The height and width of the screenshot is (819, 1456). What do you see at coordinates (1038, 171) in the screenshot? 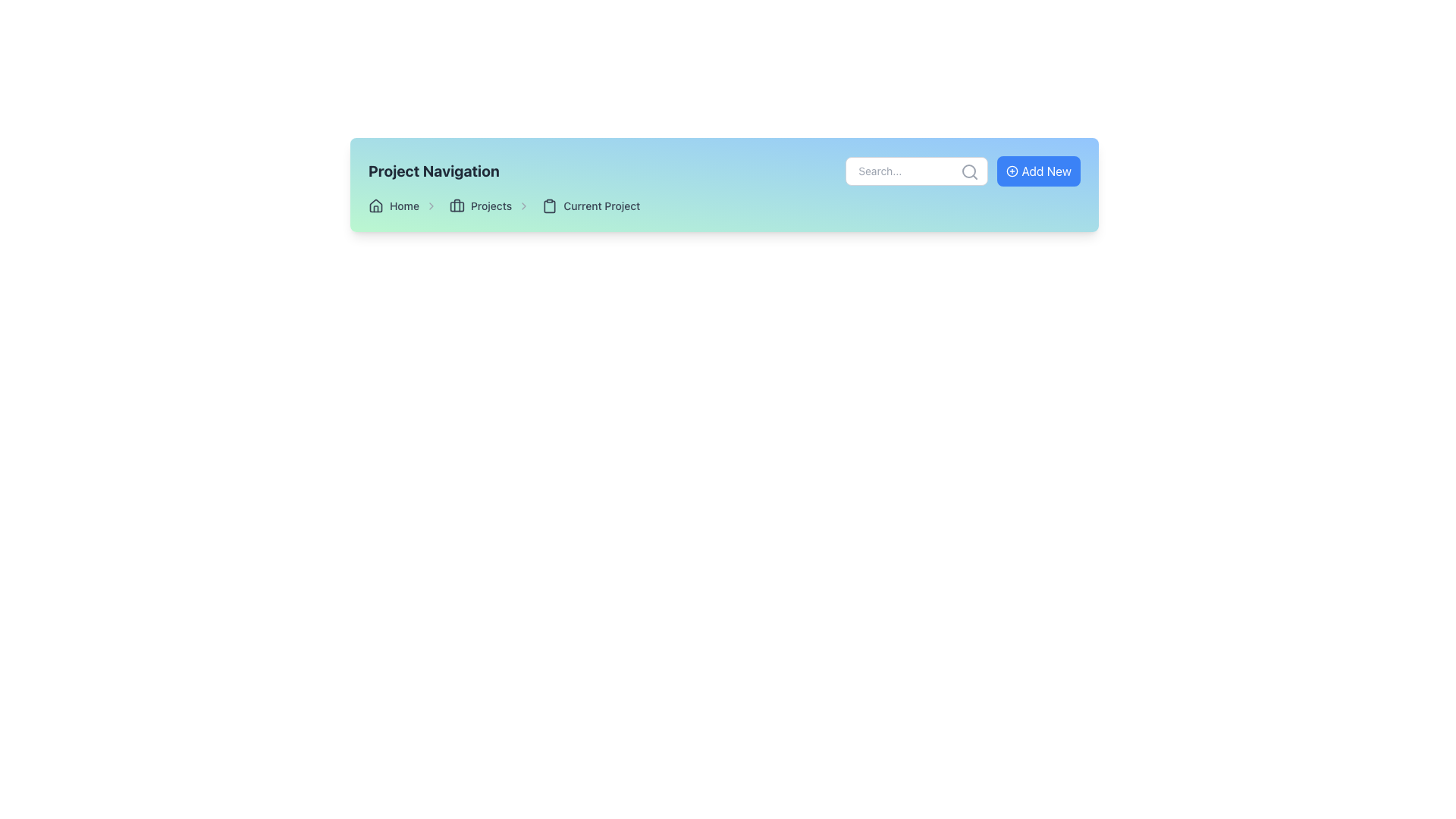
I see `the 'Add New Item' button located at the far right of the horizontal toolbar to observe the hover effect` at bounding box center [1038, 171].